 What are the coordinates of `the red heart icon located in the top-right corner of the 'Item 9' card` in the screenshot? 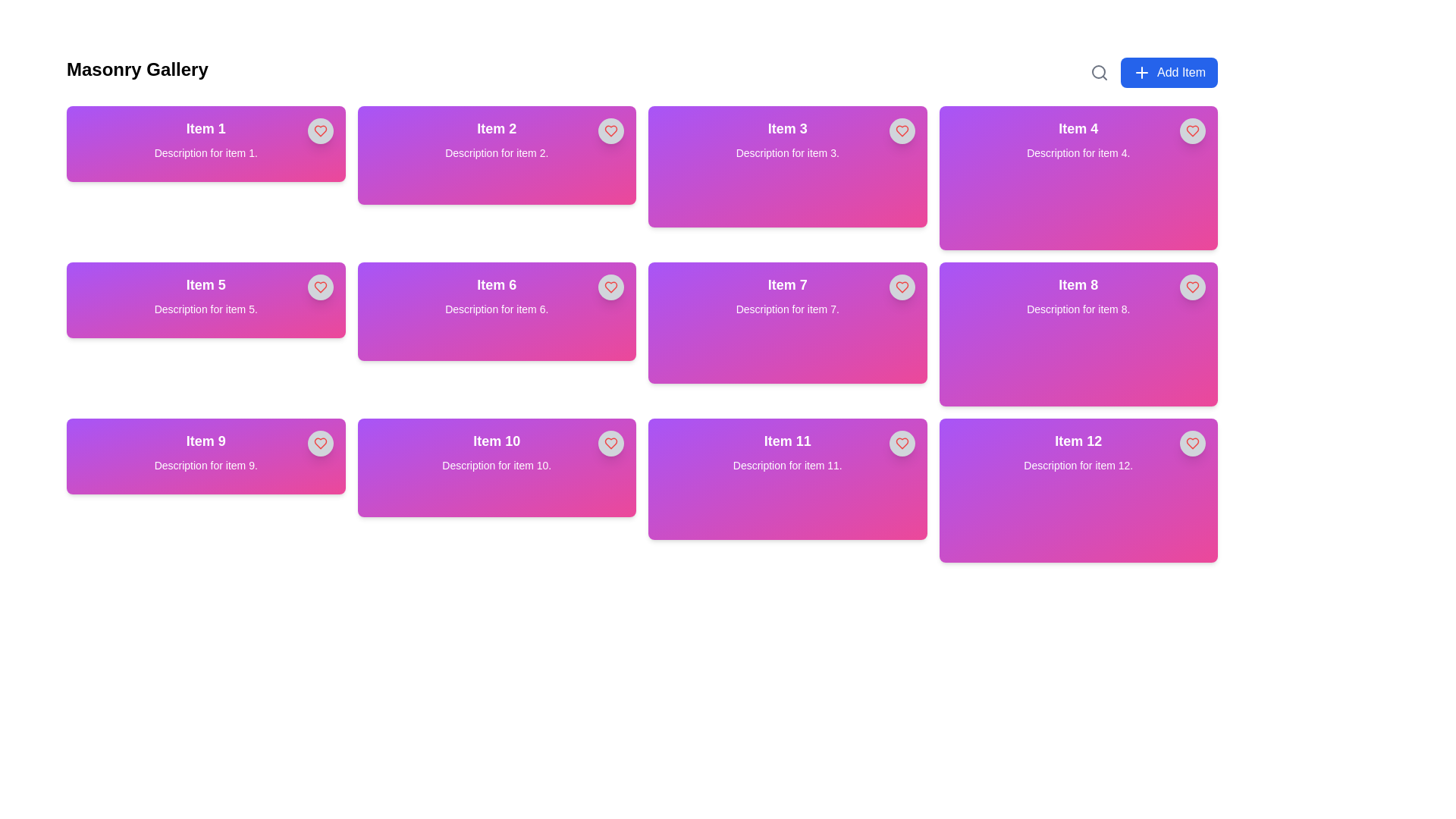 It's located at (319, 444).